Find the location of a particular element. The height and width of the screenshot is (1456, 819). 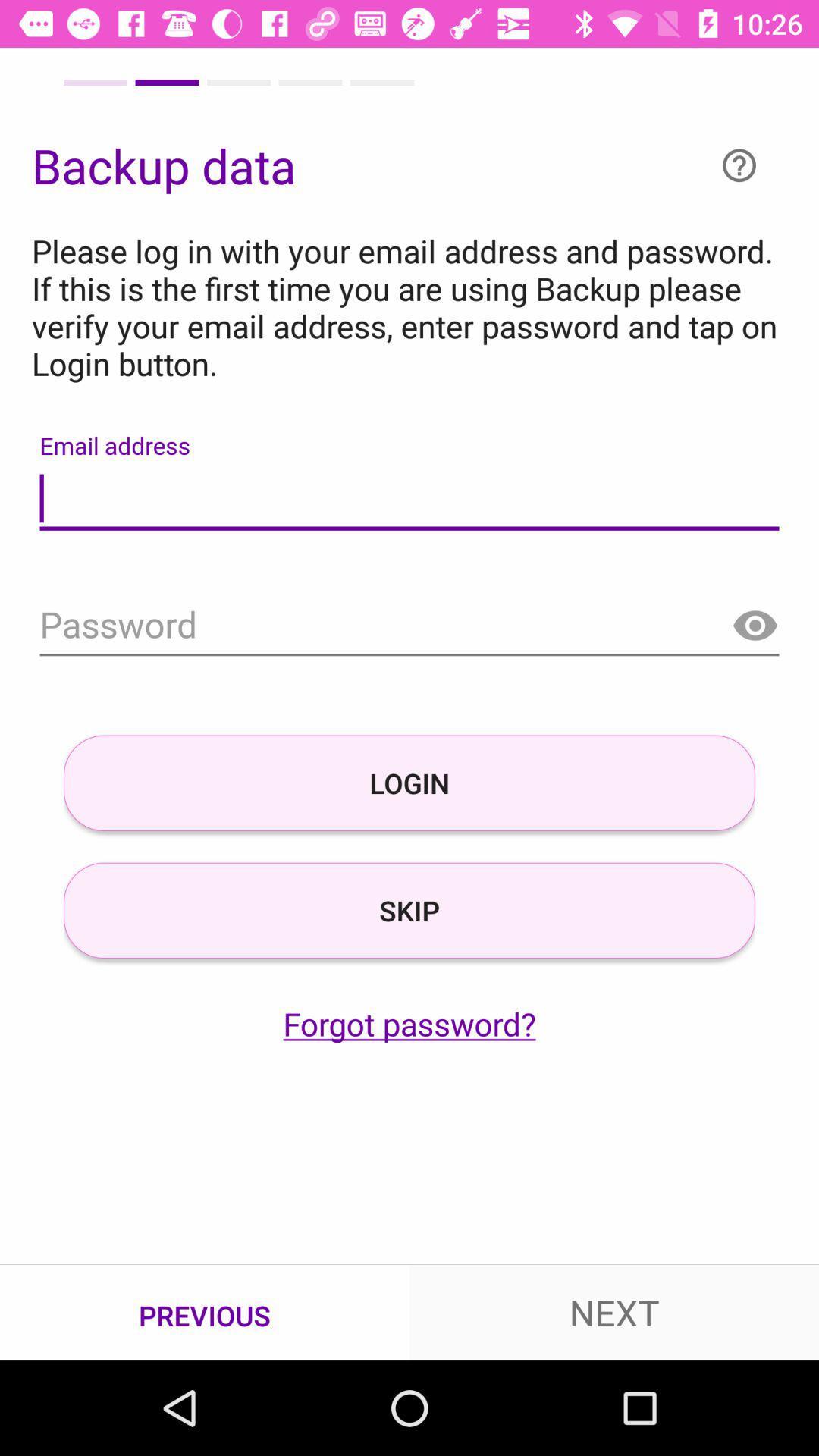

button to start inputting password is located at coordinates (409, 626).